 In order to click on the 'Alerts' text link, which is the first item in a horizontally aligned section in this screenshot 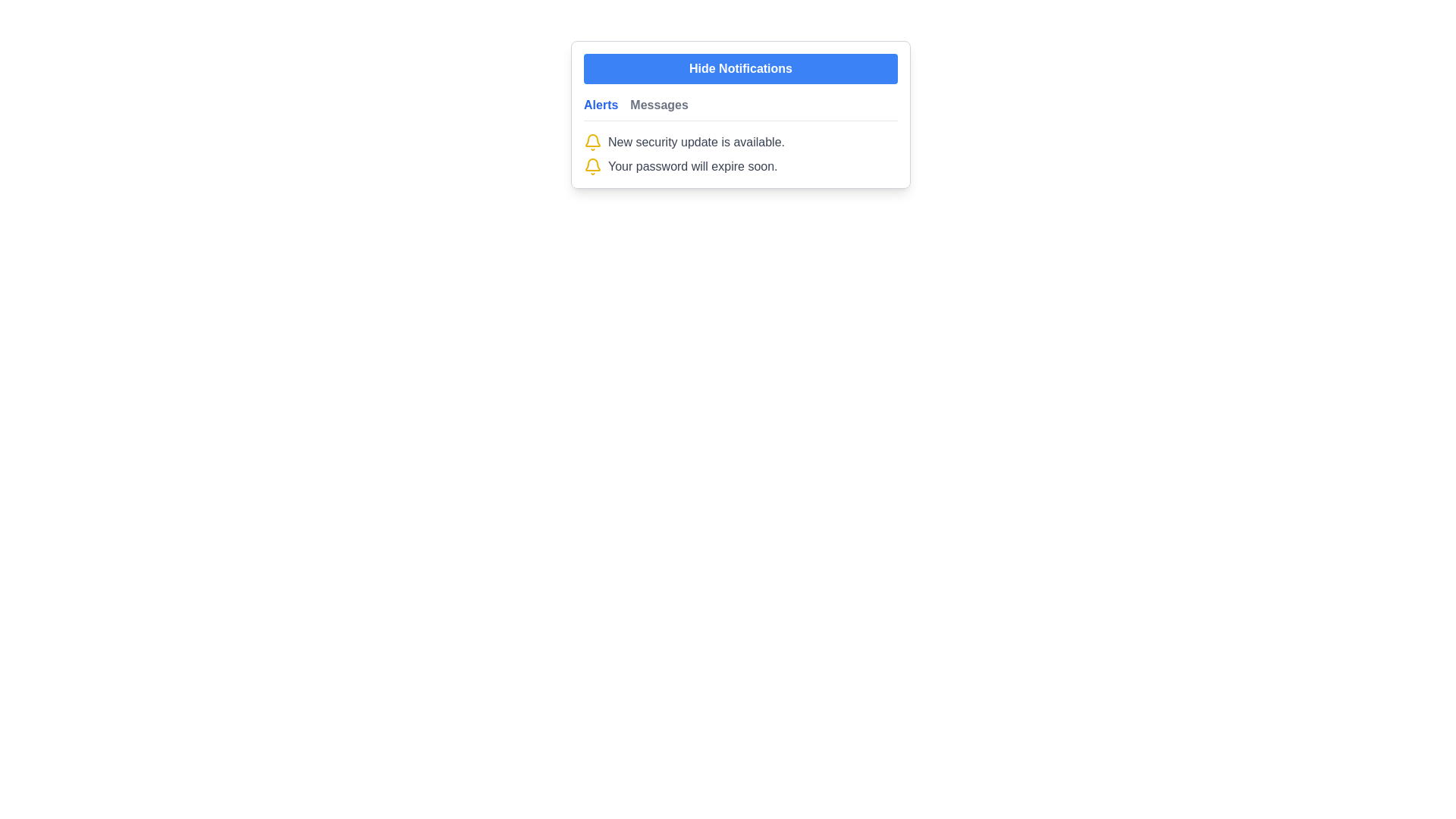, I will do `click(600, 104)`.